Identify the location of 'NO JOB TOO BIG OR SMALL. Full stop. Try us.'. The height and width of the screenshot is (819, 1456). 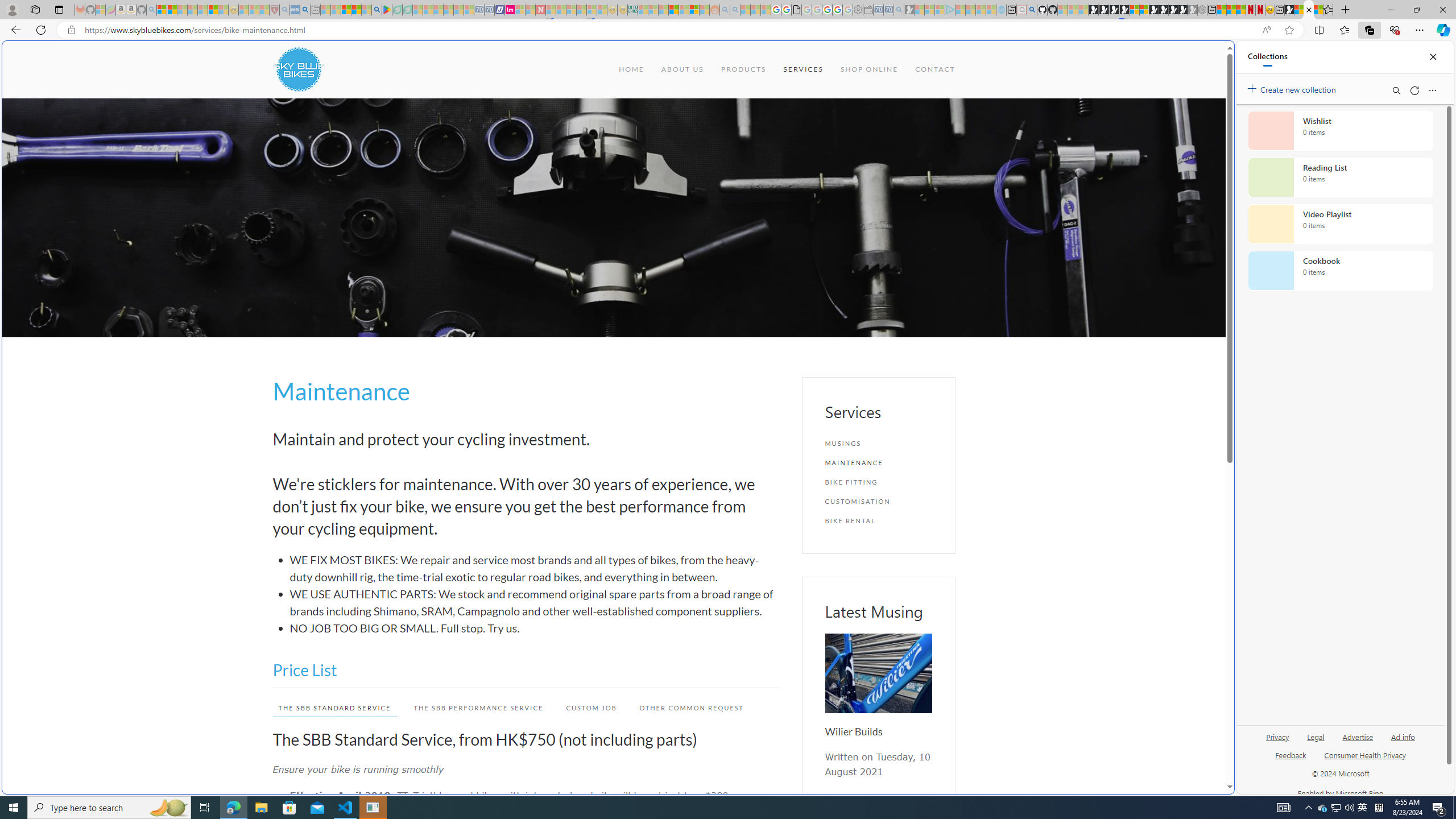
(533, 627).